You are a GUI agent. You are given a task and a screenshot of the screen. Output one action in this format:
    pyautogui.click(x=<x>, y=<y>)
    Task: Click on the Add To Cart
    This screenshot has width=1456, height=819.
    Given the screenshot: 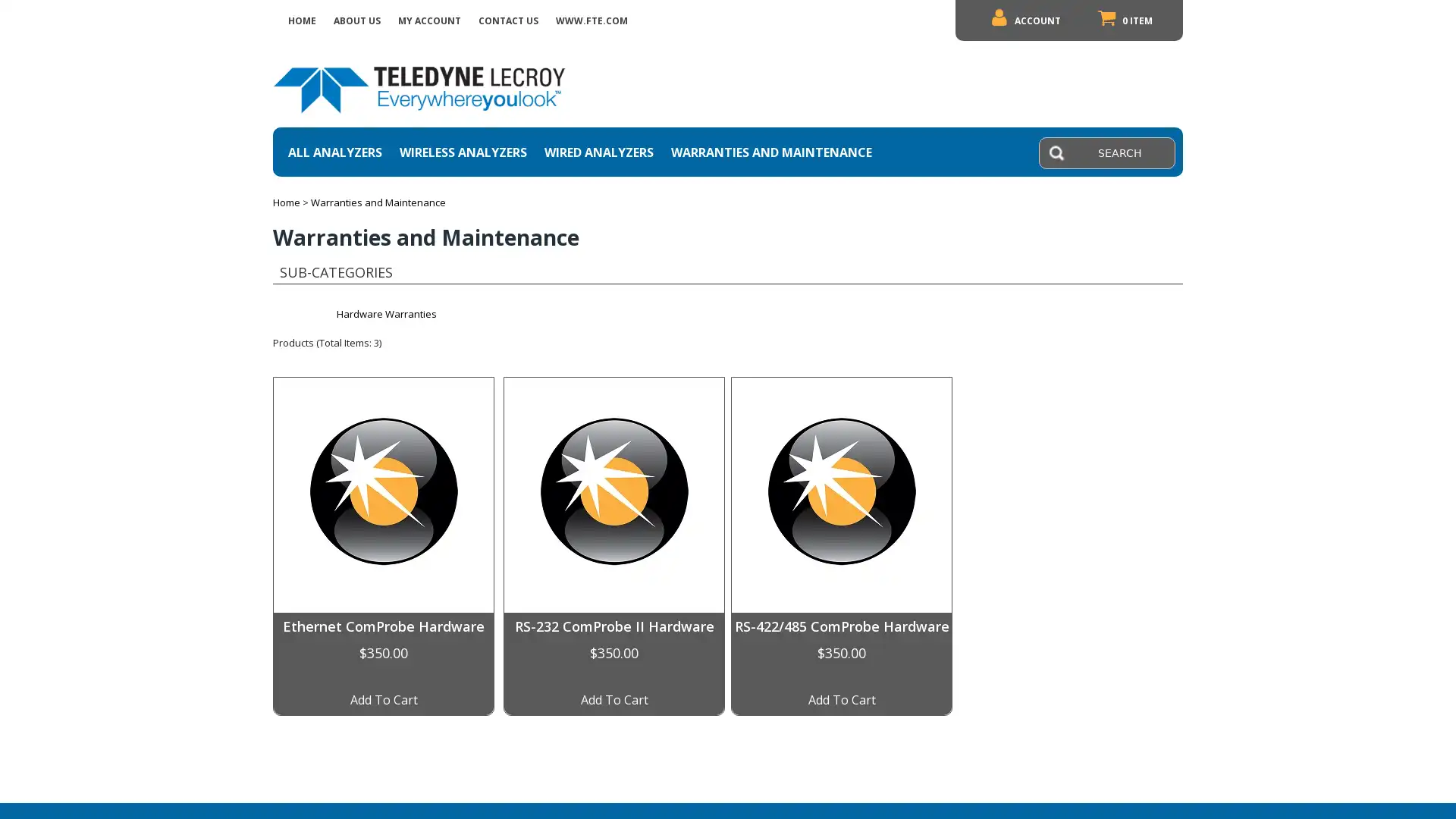 What is the action you would take?
    pyautogui.click(x=383, y=698)
    